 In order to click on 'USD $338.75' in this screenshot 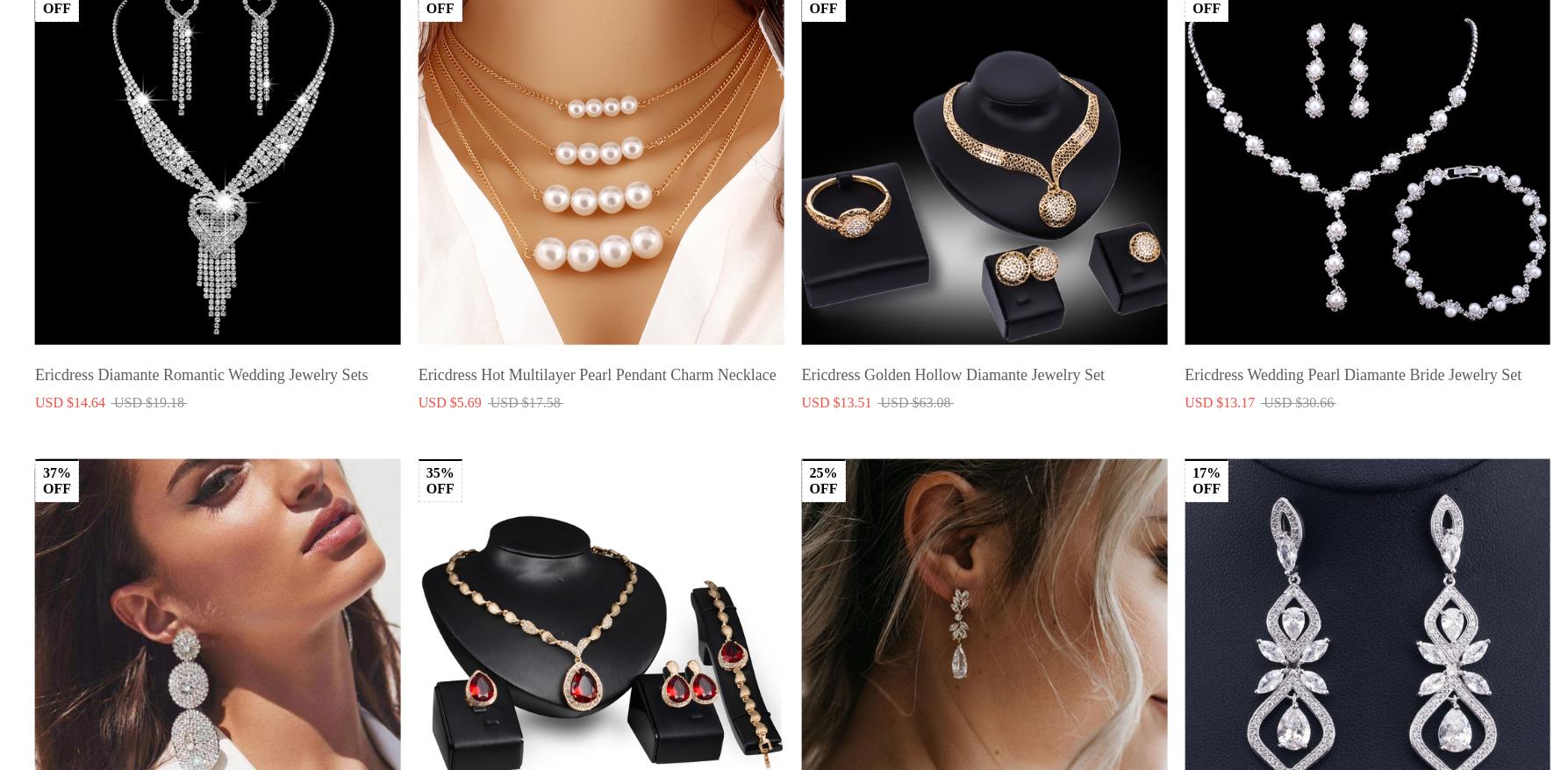, I will do `click(1308, 514)`.